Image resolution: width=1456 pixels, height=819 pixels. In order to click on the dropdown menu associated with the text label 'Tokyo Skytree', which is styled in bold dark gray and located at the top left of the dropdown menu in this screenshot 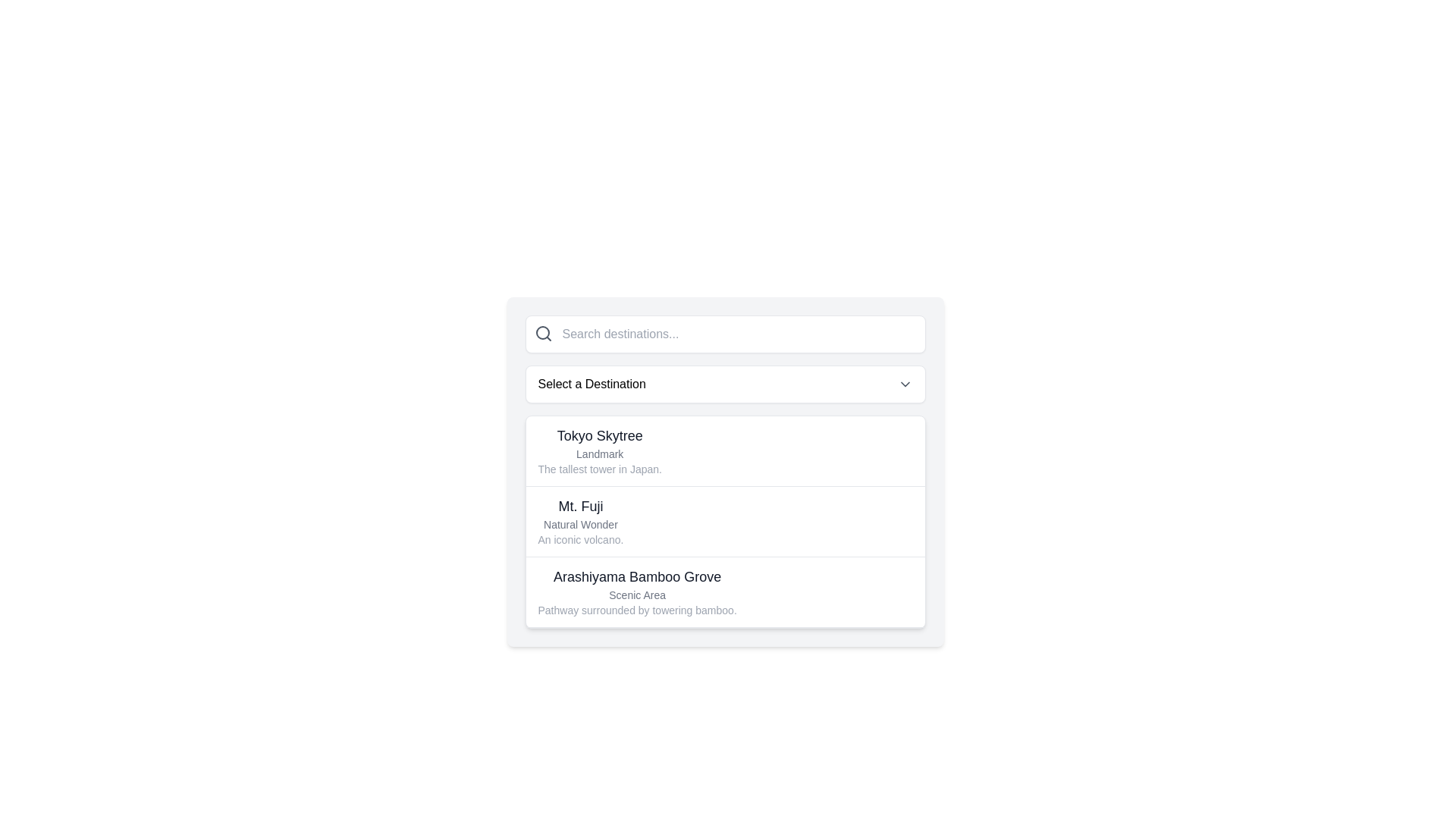, I will do `click(599, 435)`.